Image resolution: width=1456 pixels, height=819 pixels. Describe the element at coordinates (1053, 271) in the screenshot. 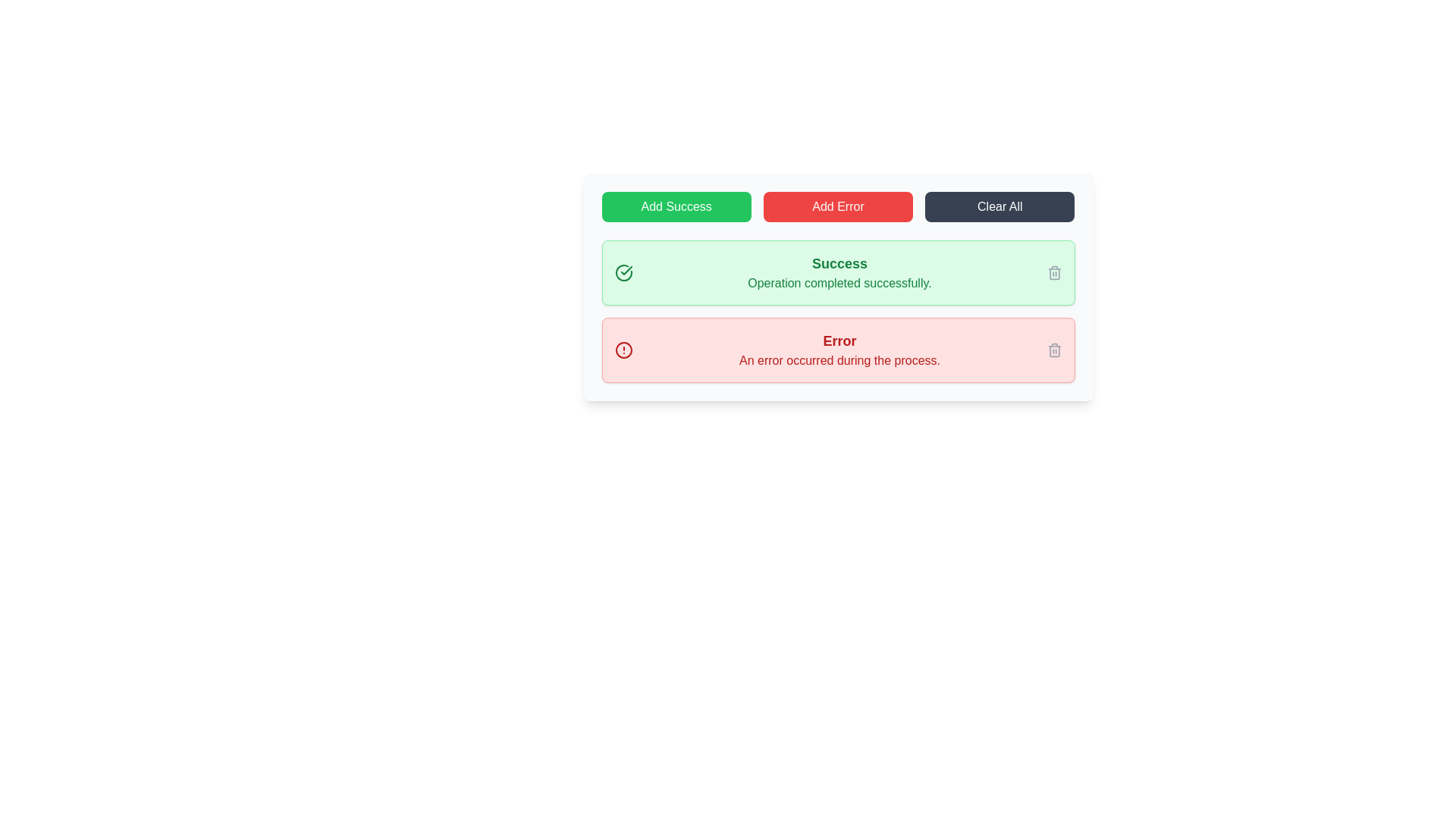

I see `the Trash Icon Button, which is a light gray icon located at the far right side of the green success notification box, adjacent to the text 'Operation completed successfully.'` at that location.